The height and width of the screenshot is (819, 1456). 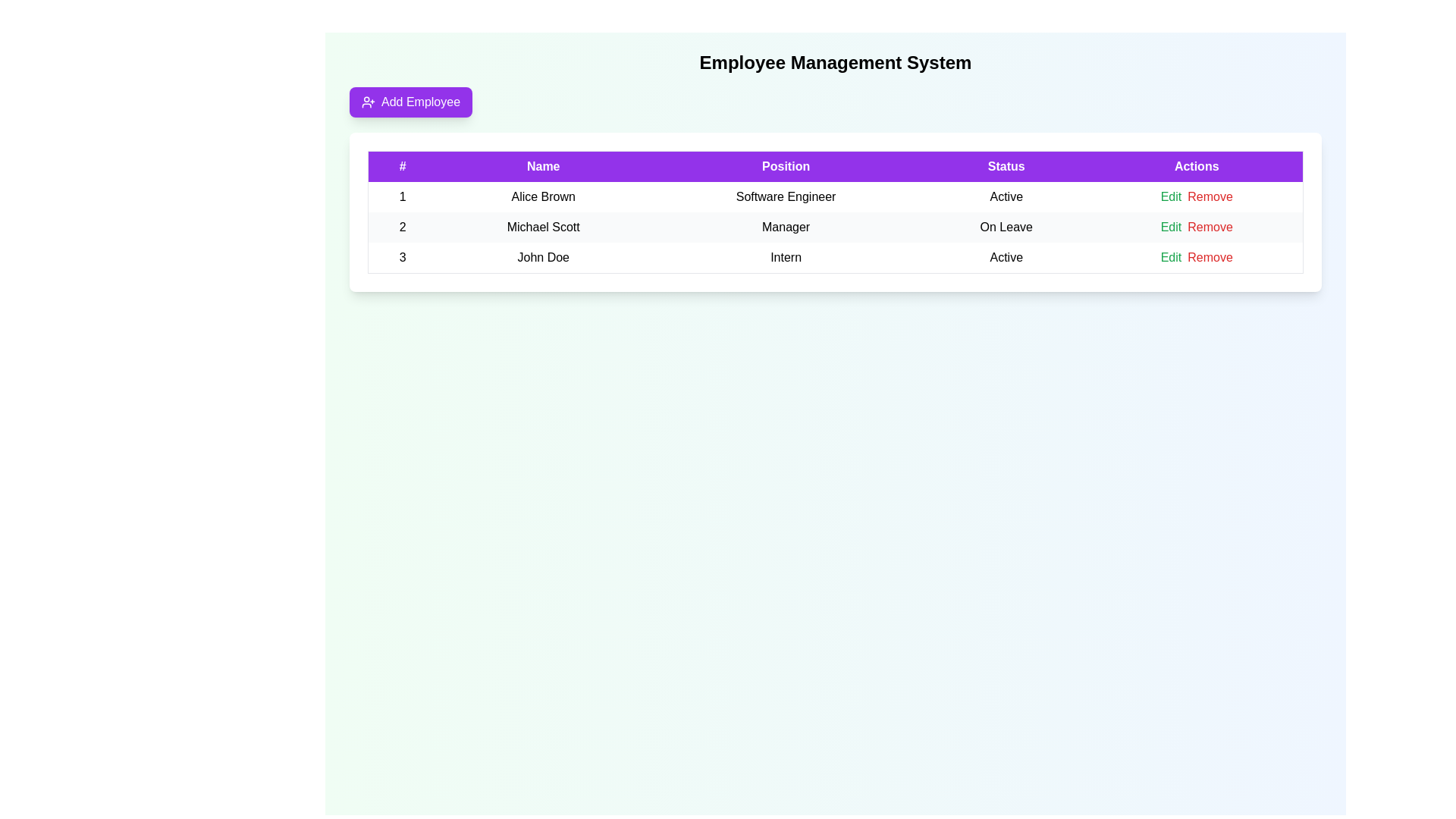 What do you see at coordinates (1006, 166) in the screenshot?
I see `the 'Status' text label, which is styled with a white font on a purple background and is the fourth label in a row of similar elements` at bounding box center [1006, 166].